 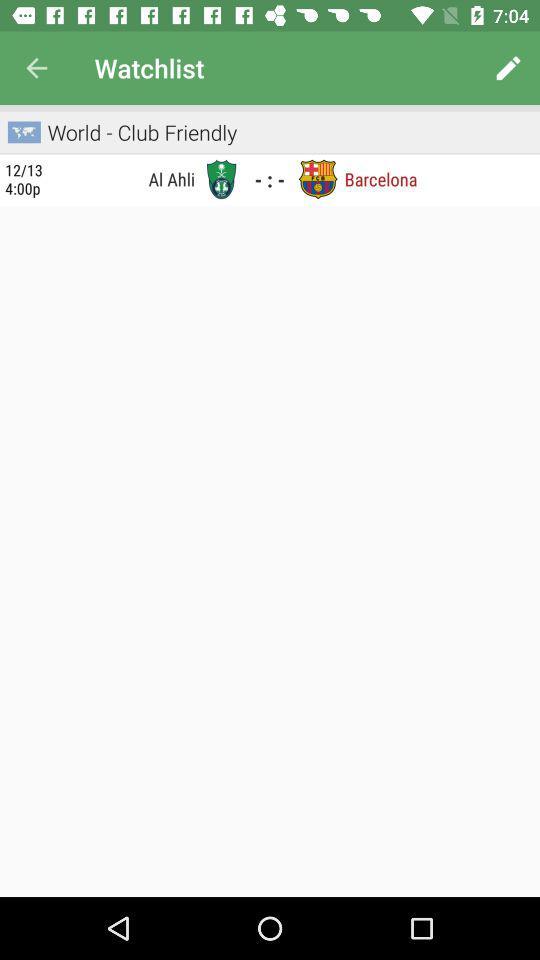 What do you see at coordinates (125, 178) in the screenshot?
I see `the al ahli` at bounding box center [125, 178].